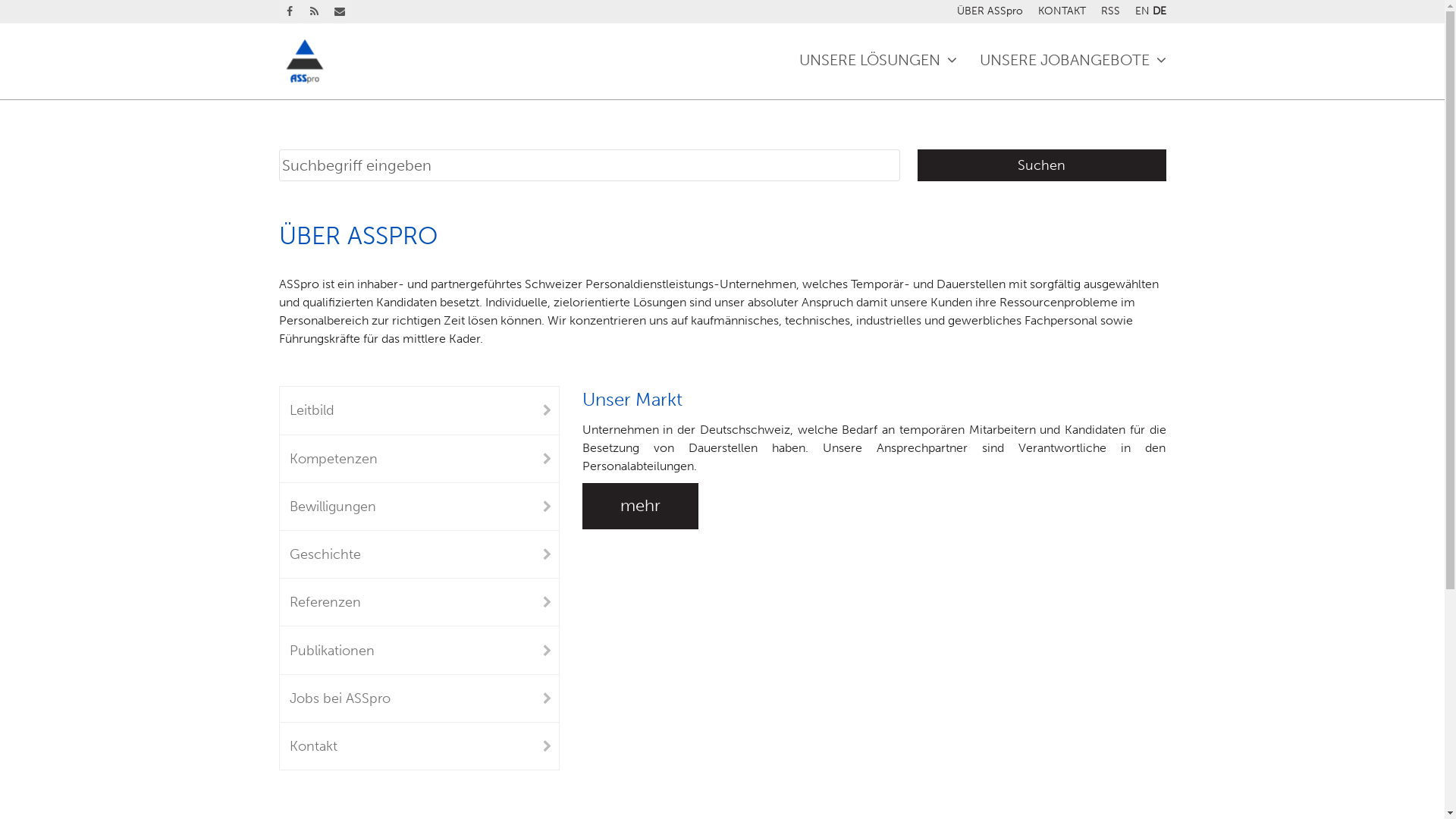 The width and height of the screenshot is (1456, 819). I want to click on 'DE', so click(1153, 11).